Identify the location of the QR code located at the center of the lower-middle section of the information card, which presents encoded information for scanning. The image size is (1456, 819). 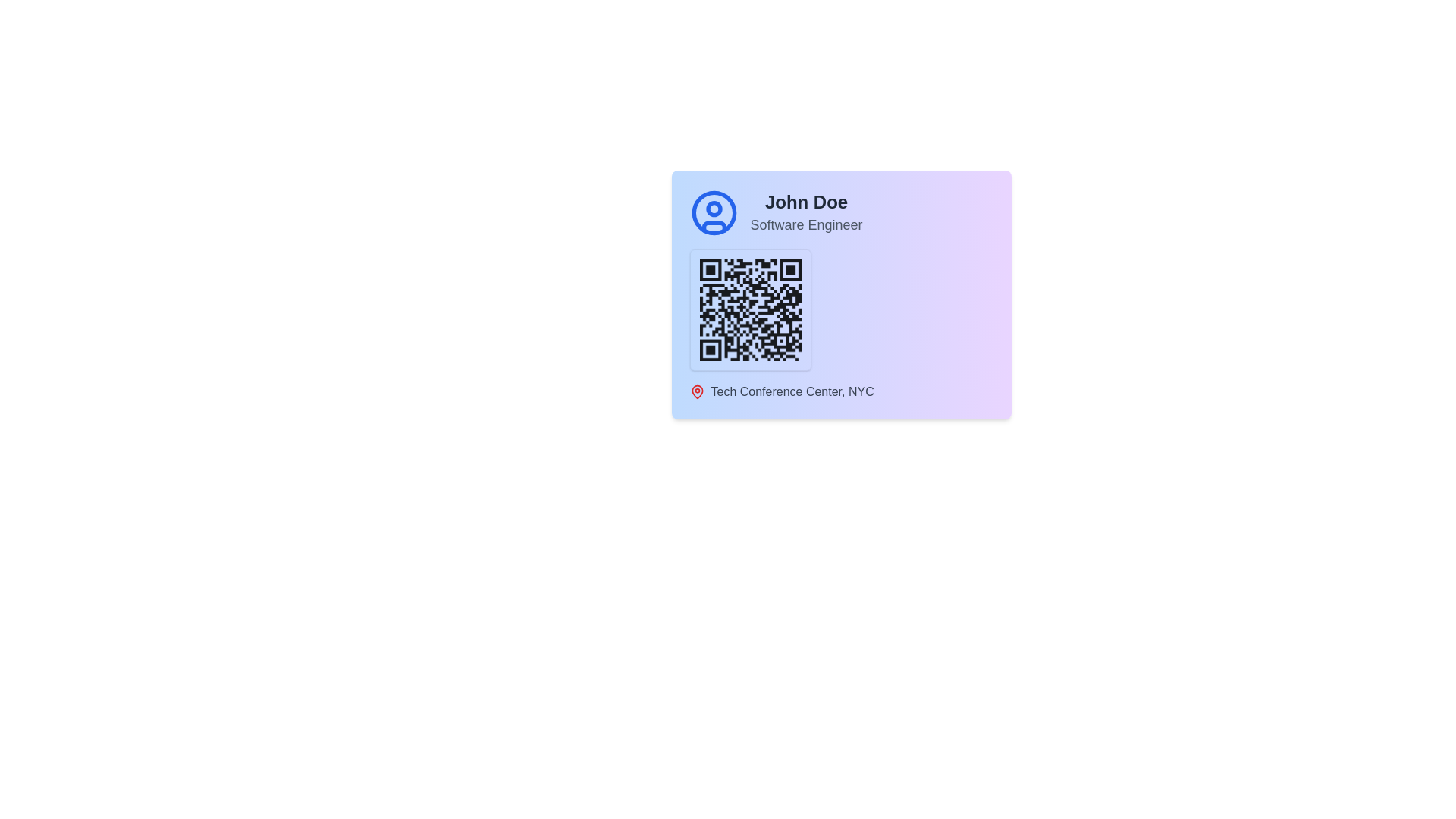
(750, 309).